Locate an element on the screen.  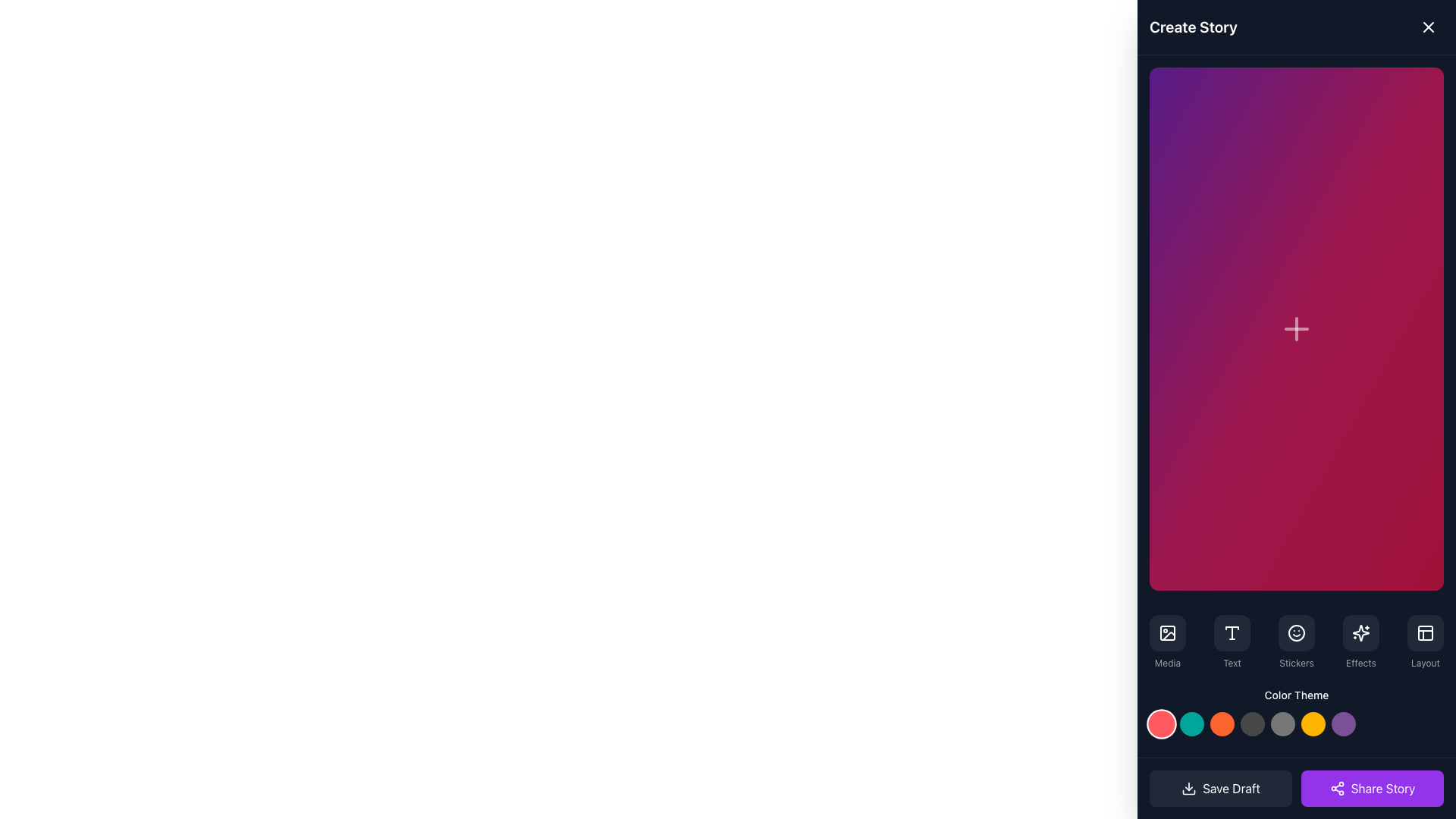
the seventh circular button with a purple solid color in the 'Color Theme' section is located at coordinates (1343, 722).